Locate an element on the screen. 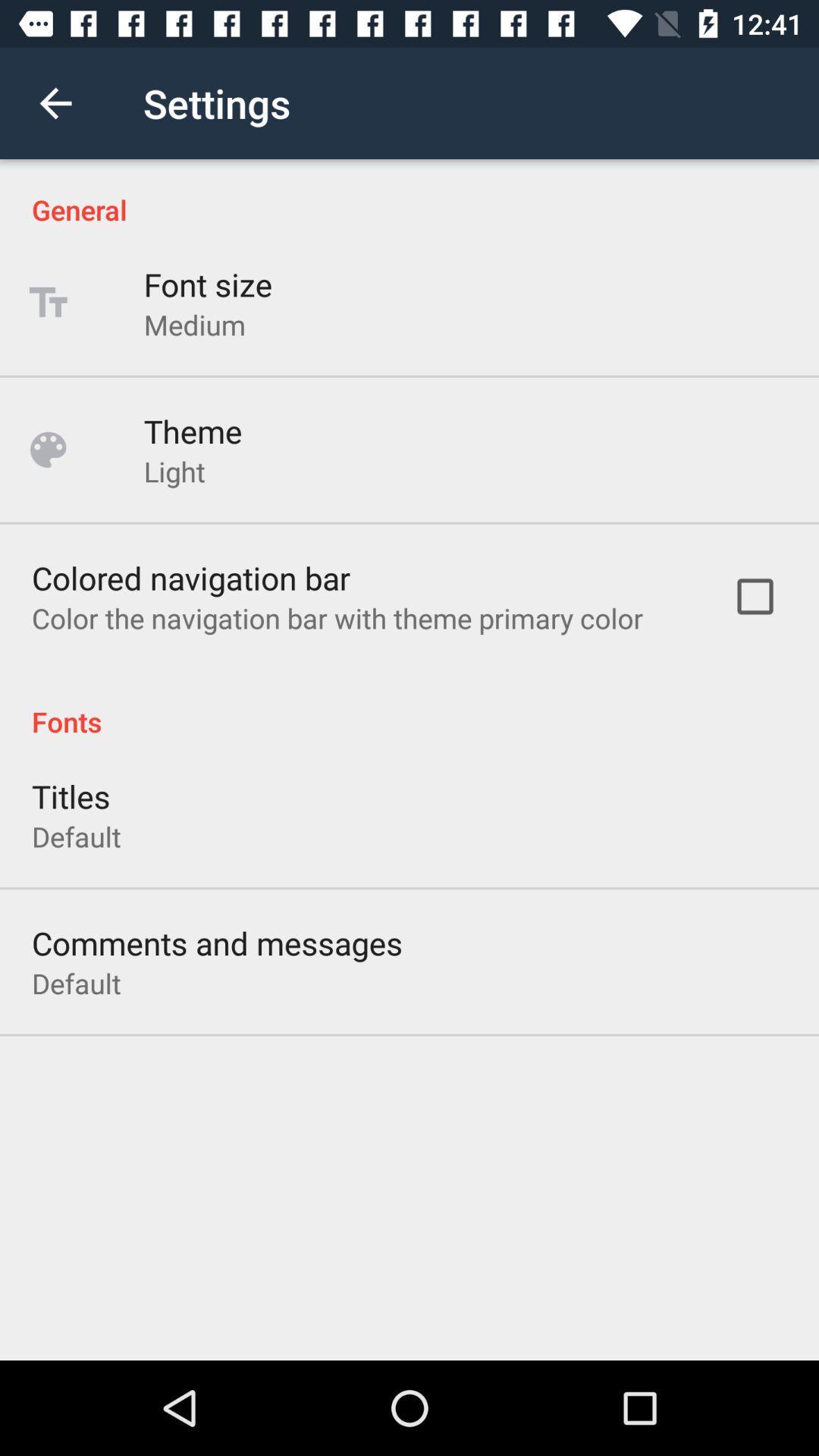 This screenshot has height=1456, width=819. the icon next to the settings is located at coordinates (55, 102).